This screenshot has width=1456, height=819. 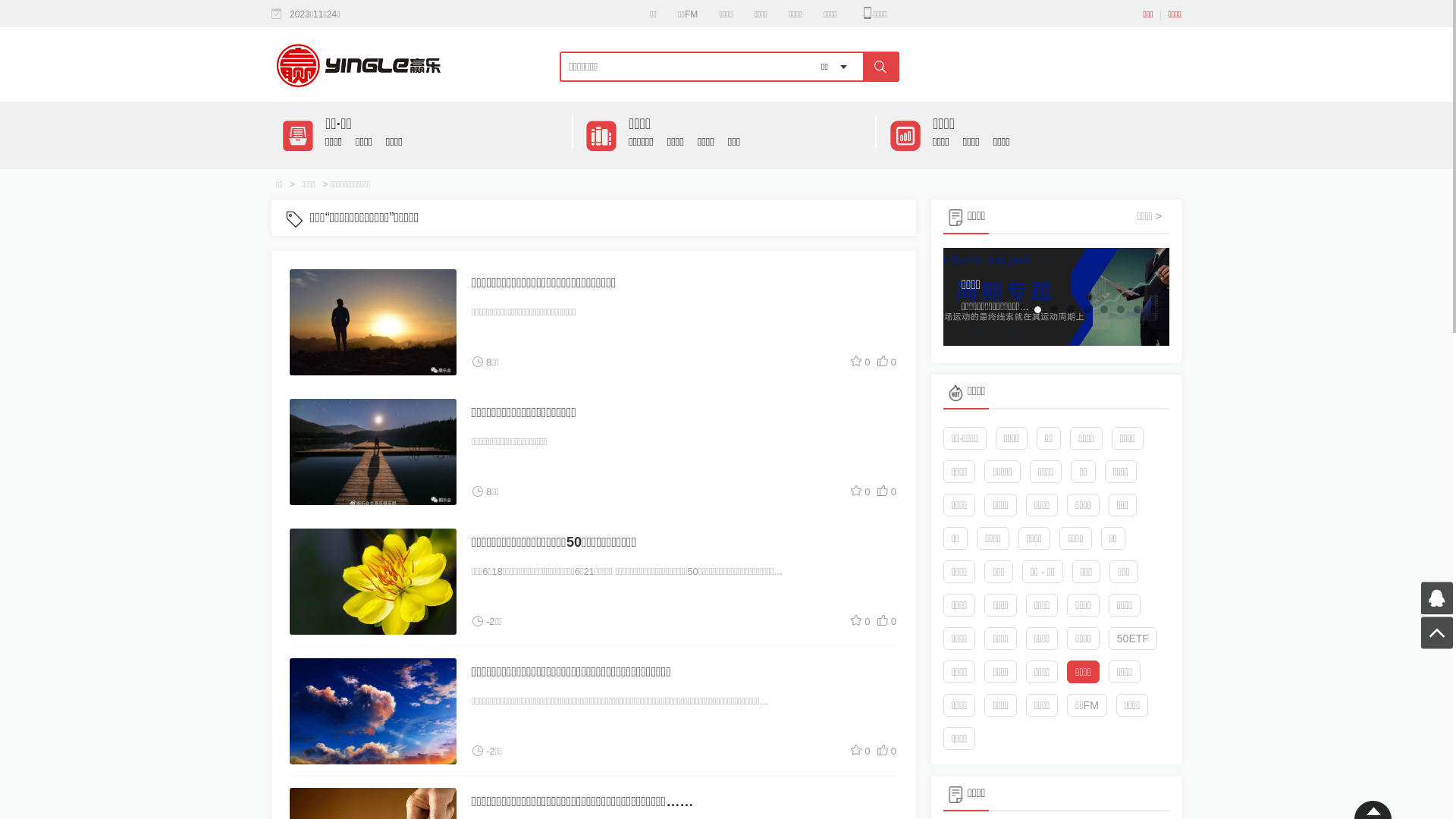 What do you see at coordinates (1131, 309) in the screenshot?
I see `'11'` at bounding box center [1131, 309].